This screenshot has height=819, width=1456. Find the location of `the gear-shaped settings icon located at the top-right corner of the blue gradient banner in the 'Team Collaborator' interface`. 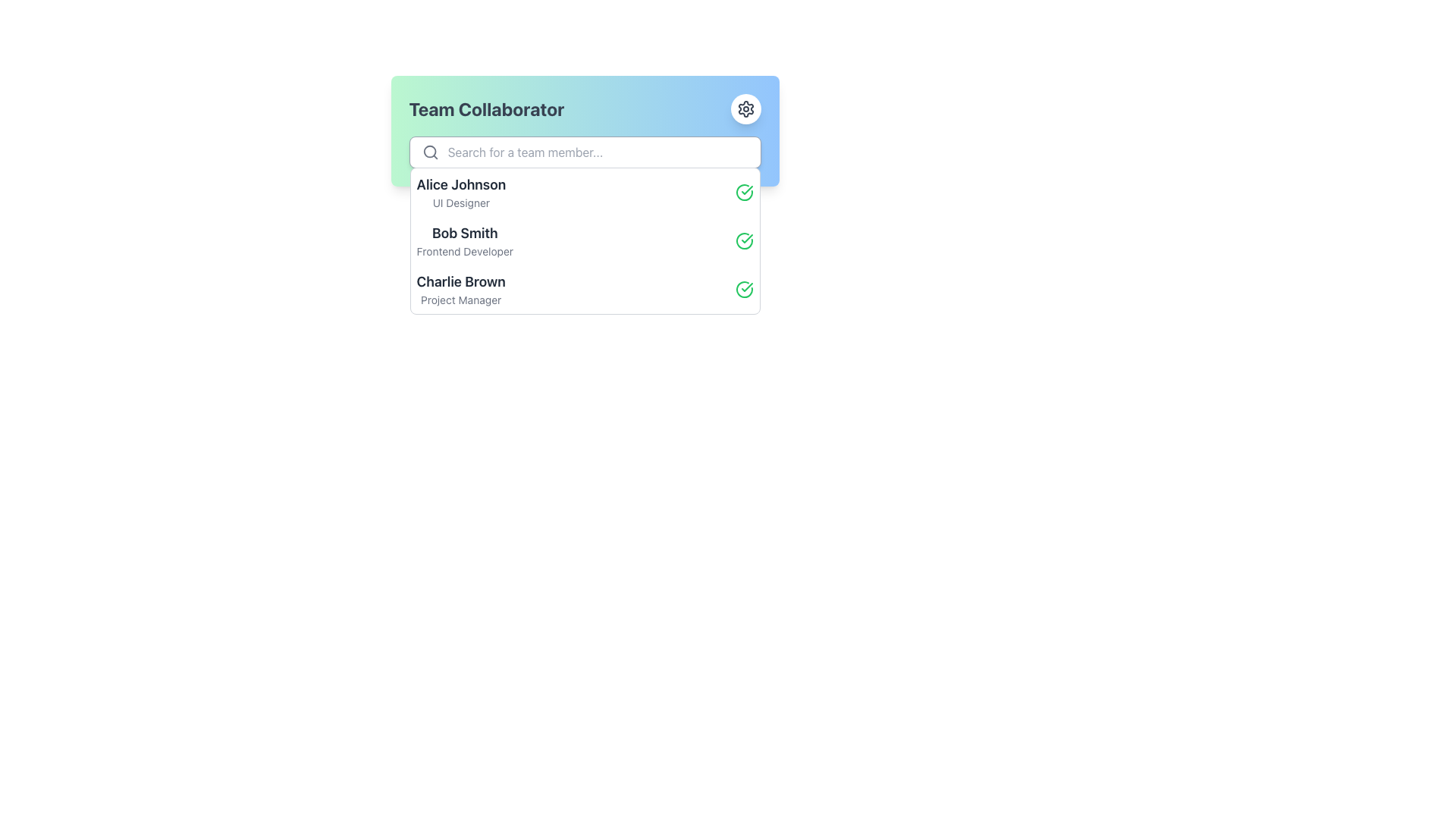

the gear-shaped settings icon located at the top-right corner of the blue gradient banner in the 'Team Collaborator' interface is located at coordinates (745, 108).